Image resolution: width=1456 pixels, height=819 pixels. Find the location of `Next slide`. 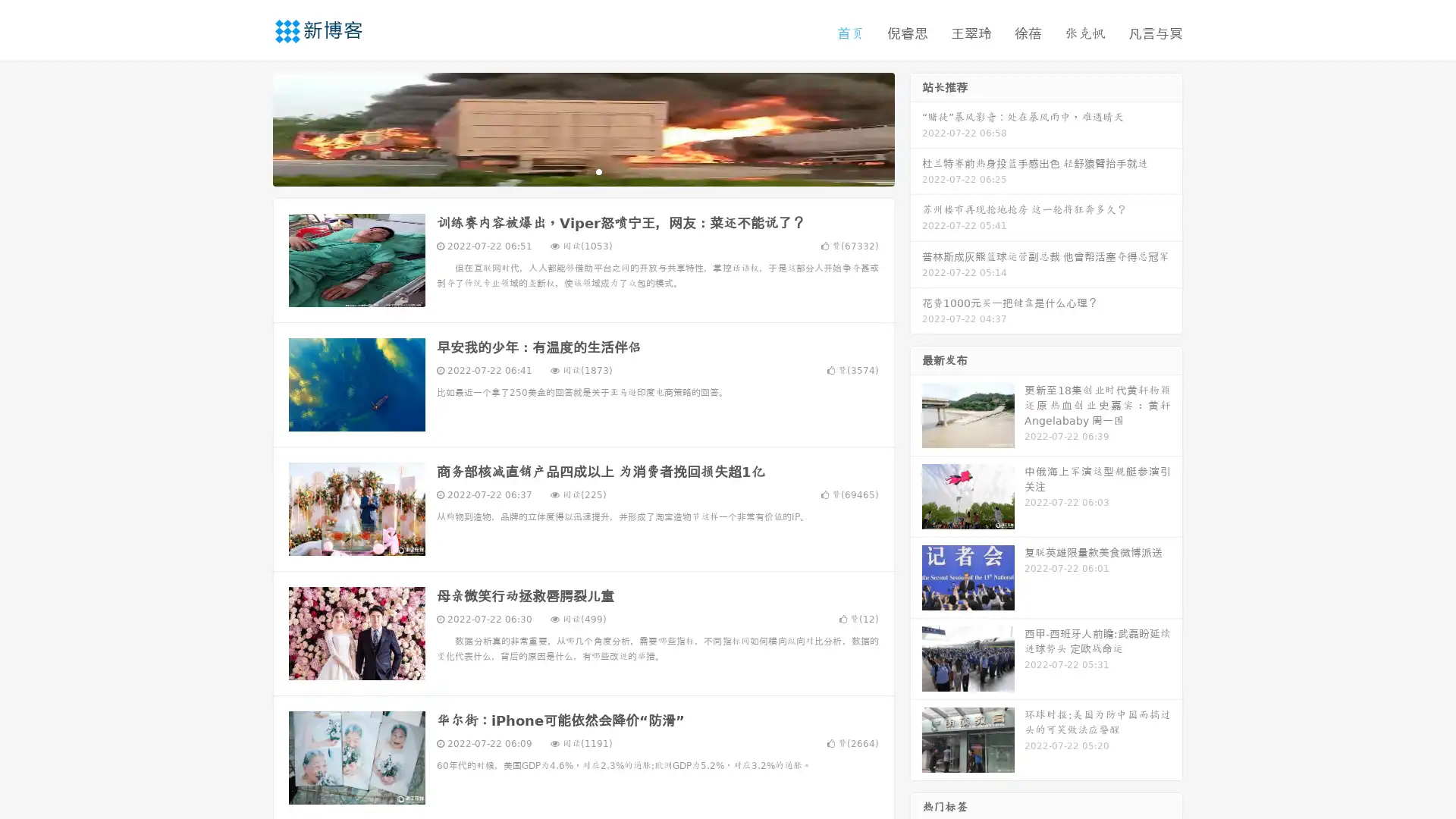

Next slide is located at coordinates (916, 127).